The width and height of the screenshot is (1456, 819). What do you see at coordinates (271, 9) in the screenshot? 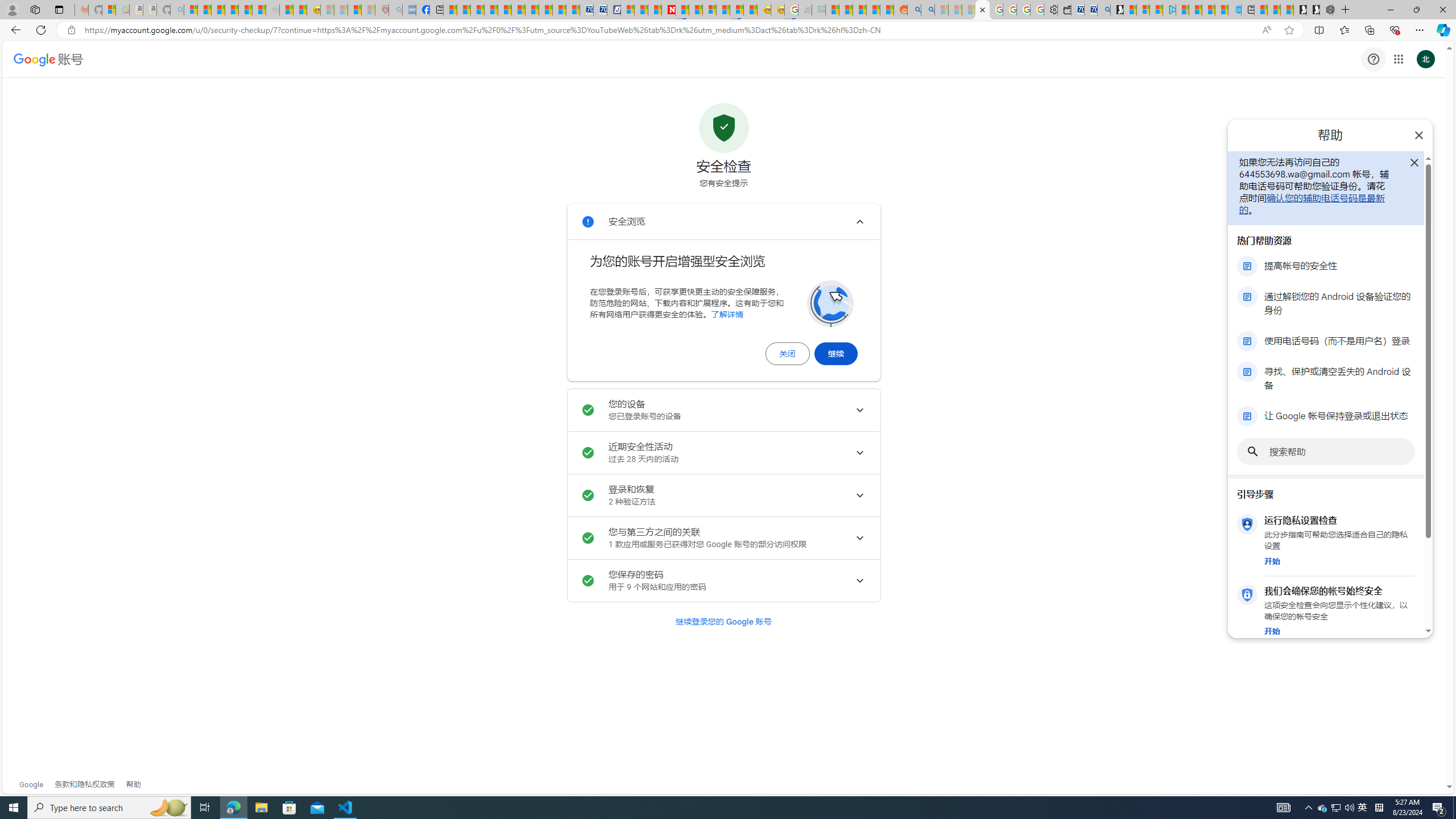
I see `'Combat Siege - Sleeping'` at bounding box center [271, 9].